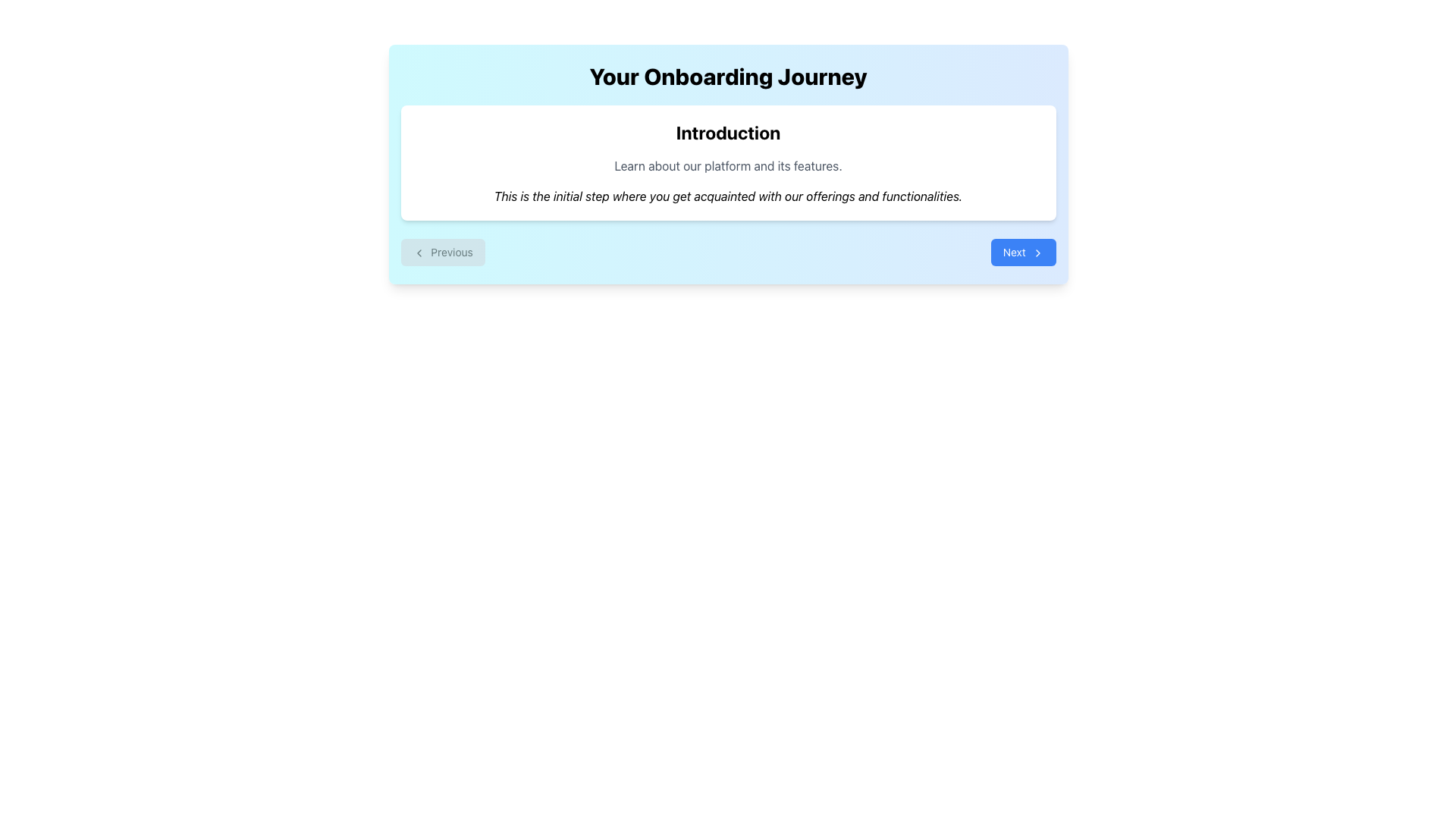  What do you see at coordinates (419, 253) in the screenshot?
I see `the 'Previous' button, which contains a left-facing arrow icon` at bounding box center [419, 253].